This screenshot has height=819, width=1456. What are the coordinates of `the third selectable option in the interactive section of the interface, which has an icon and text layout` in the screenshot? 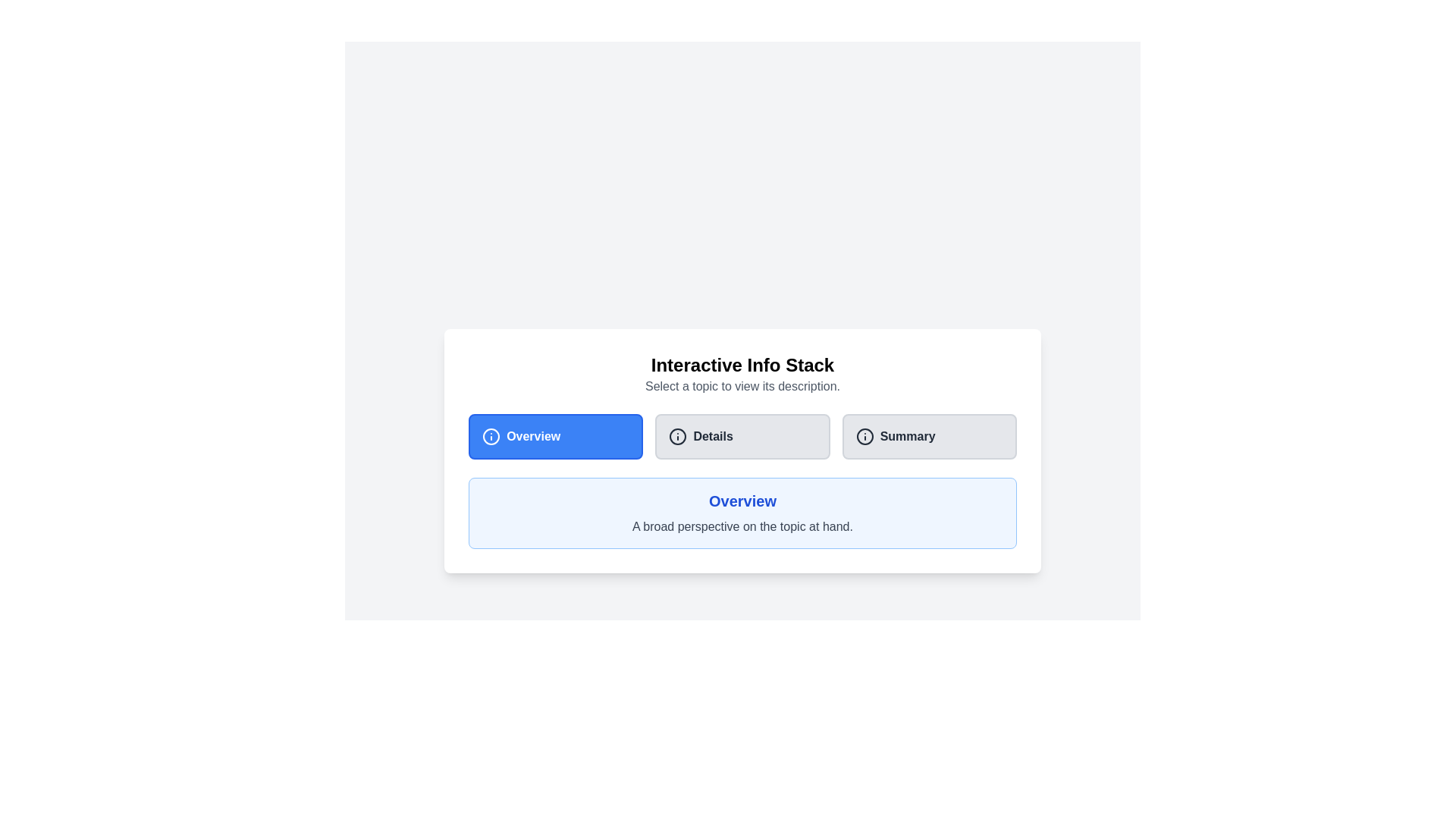 It's located at (928, 436).